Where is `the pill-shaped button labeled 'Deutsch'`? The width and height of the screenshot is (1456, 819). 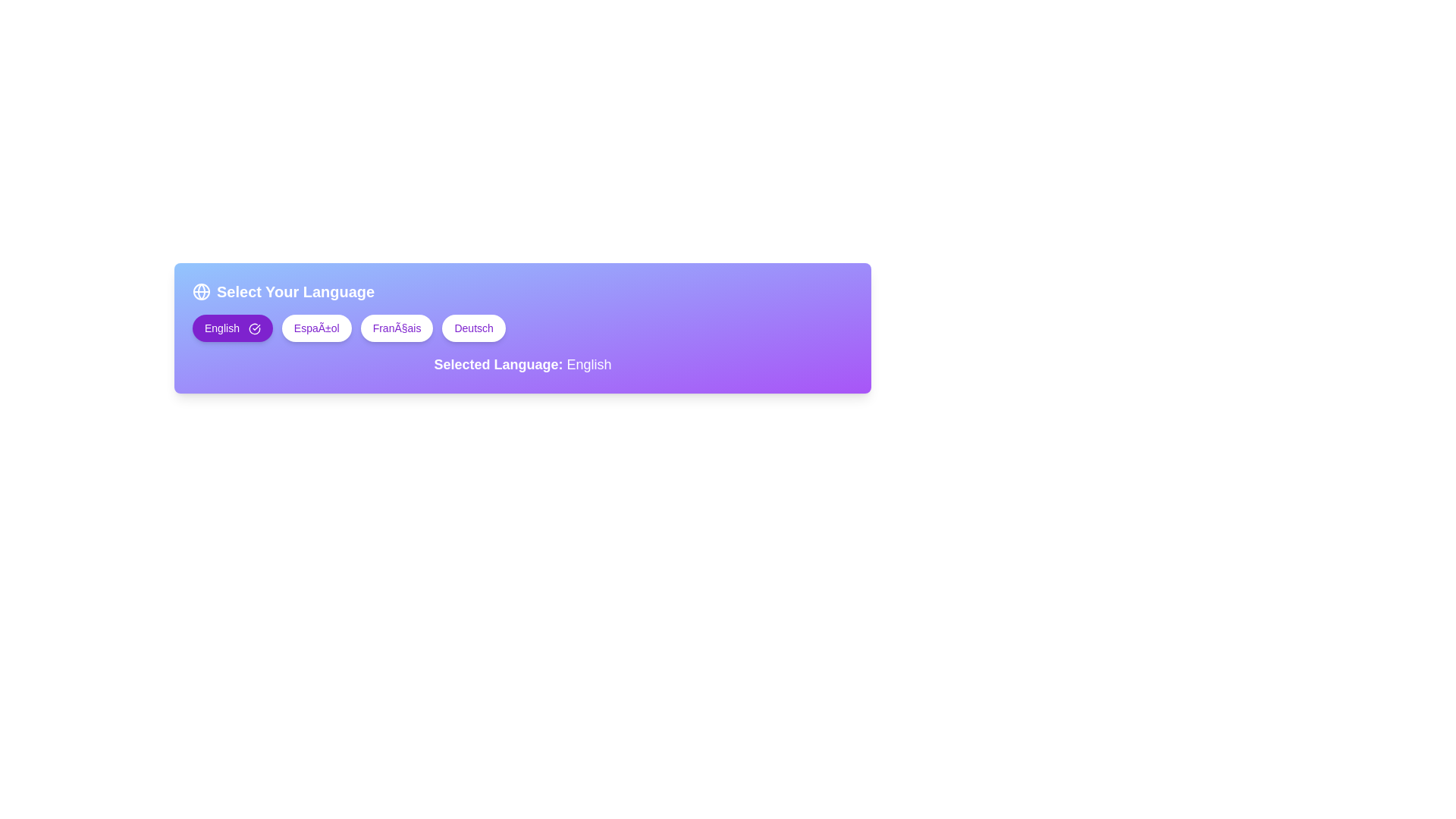
the pill-shaped button labeled 'Deutsch' is located at coordinates (473, 327).